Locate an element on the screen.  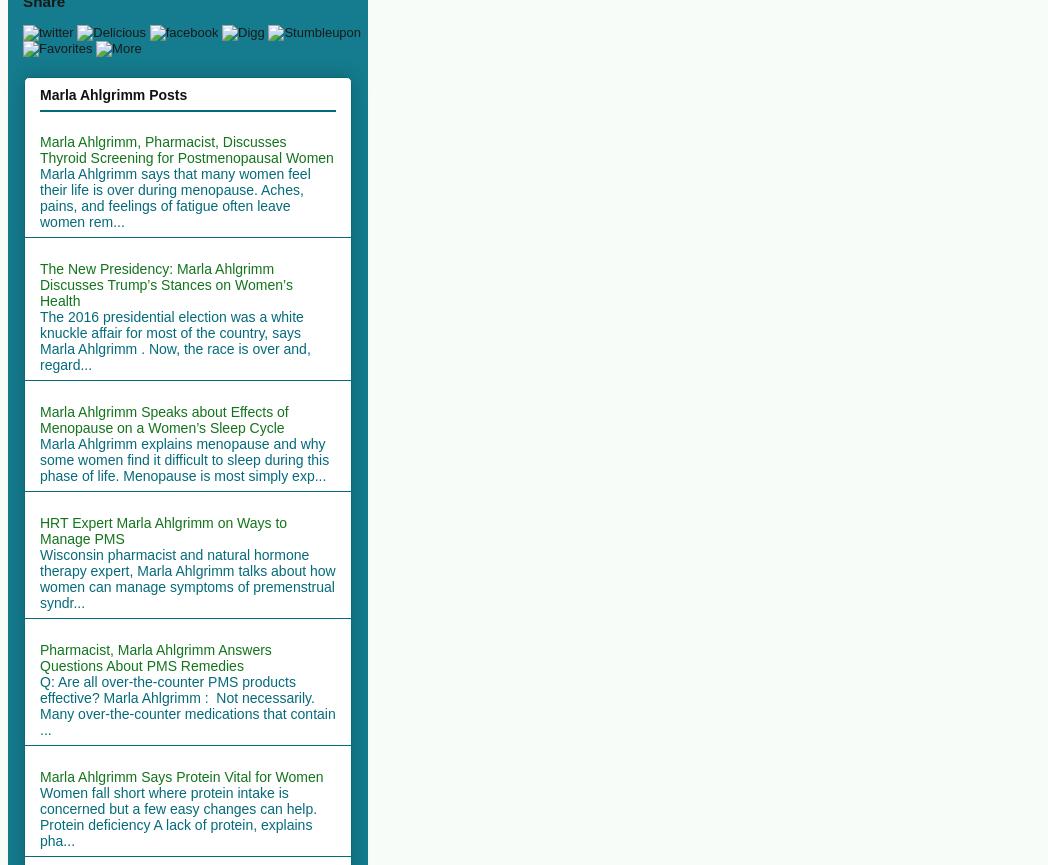
'Marla Ahlgrimm Speaks about Effects of Menopause on a Women’s Sleep Cycle' is located at coordinates (39, 419).